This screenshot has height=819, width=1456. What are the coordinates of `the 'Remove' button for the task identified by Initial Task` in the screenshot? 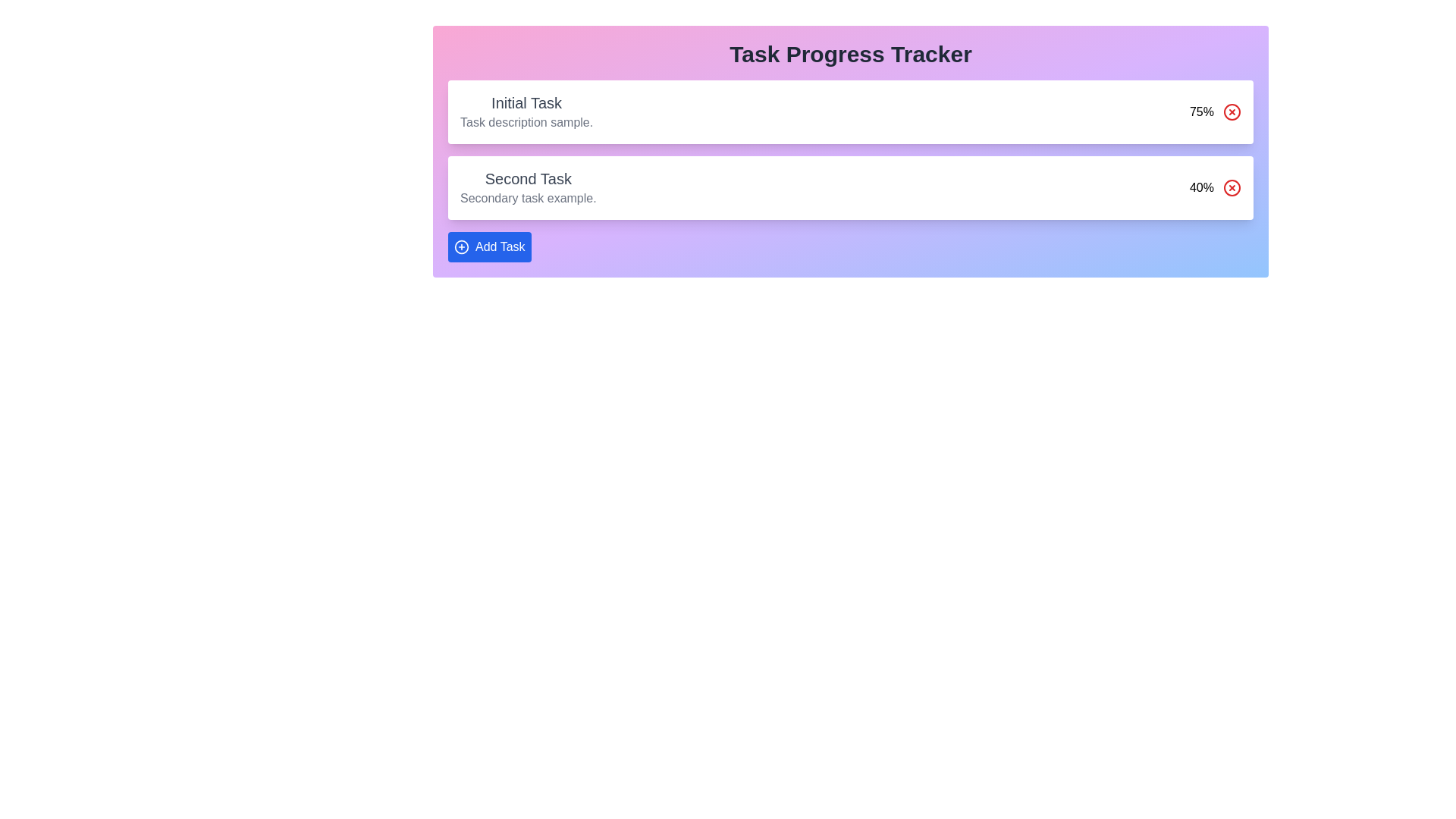 It's located at (1232, 111).